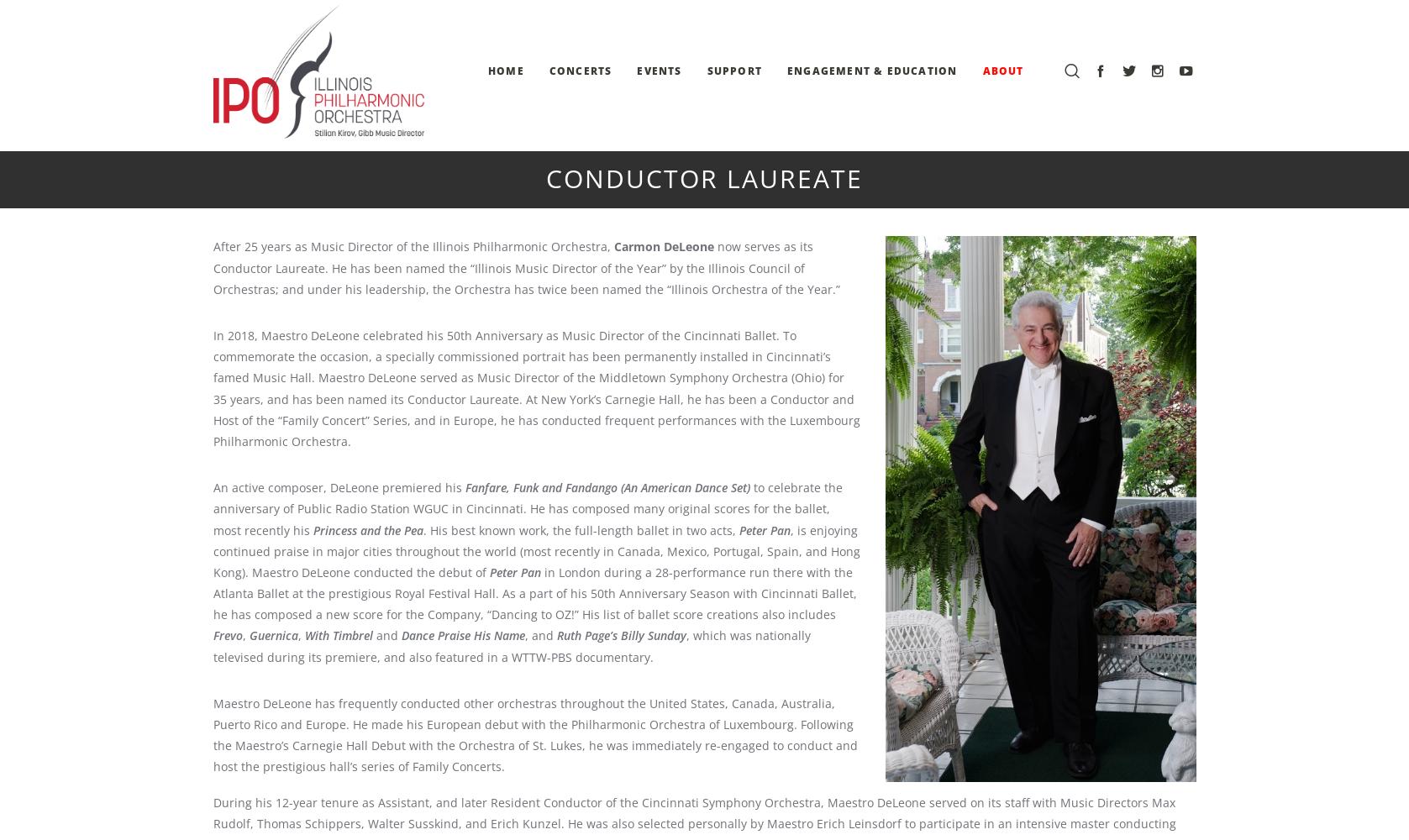 This screenshot has height=840, width=1409. Describe the element at coordinates (607, 486) in the screenshot. I see `'Fanfare, Funk and Fandango (An American Dance Set)'` at that location.